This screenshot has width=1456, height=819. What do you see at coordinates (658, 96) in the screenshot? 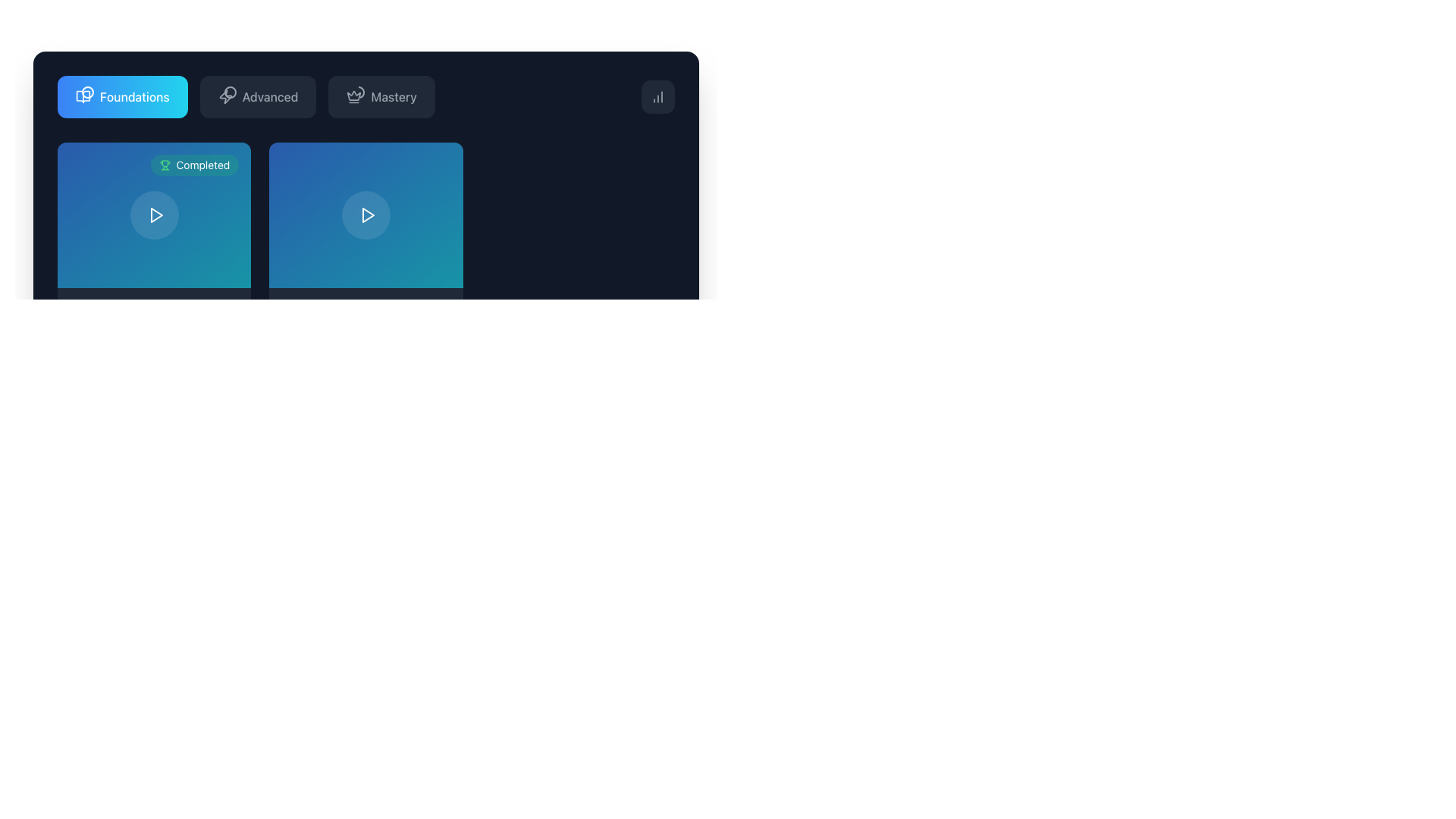
I see `the button in the top-right corner of the interface that resembles a bar chart` at bounding box center [658, 96].